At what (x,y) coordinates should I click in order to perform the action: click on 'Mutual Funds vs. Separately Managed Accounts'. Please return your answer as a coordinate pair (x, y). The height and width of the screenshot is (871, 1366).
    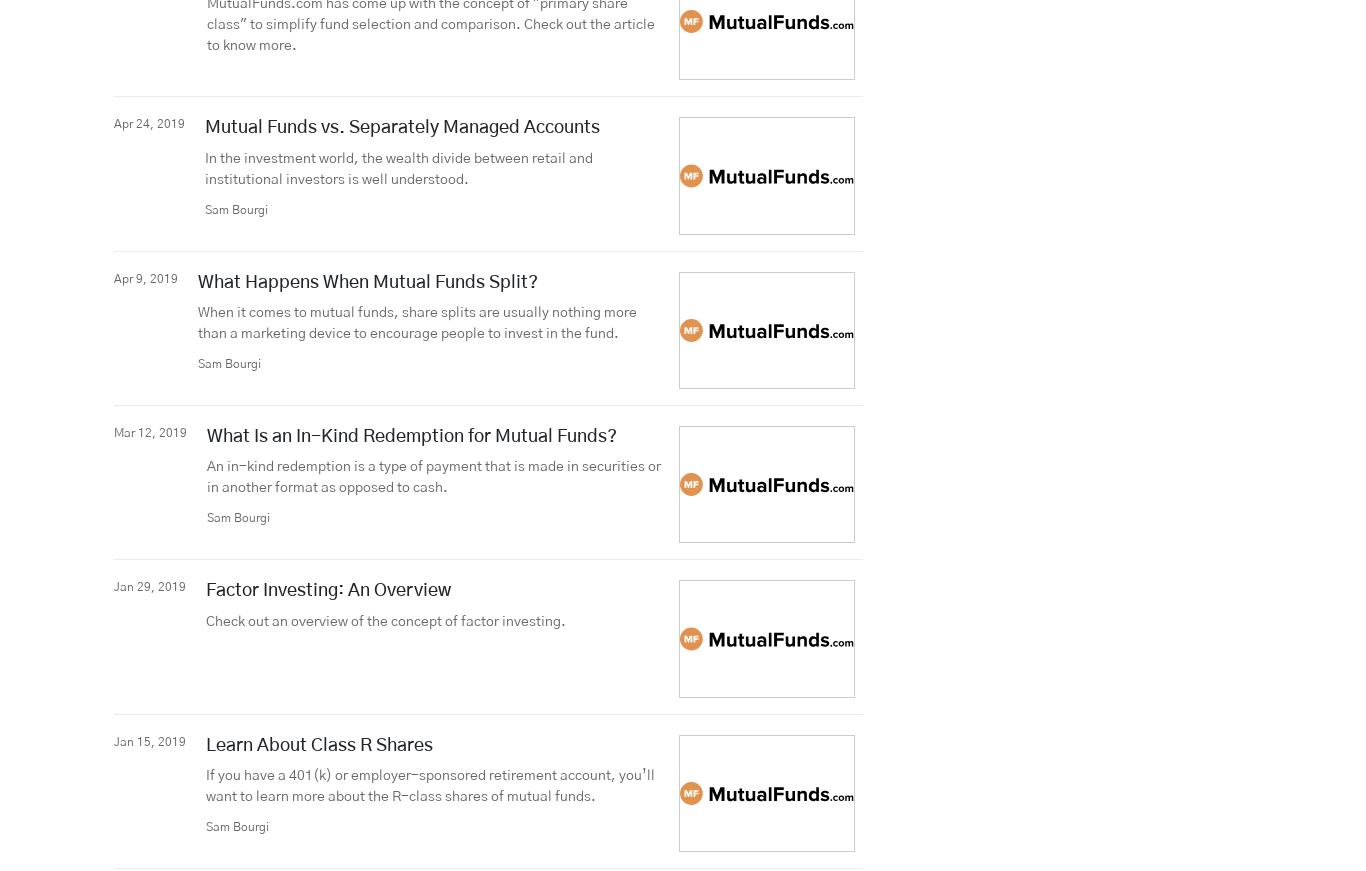
    Looking at the image, I should click on (204, 127).